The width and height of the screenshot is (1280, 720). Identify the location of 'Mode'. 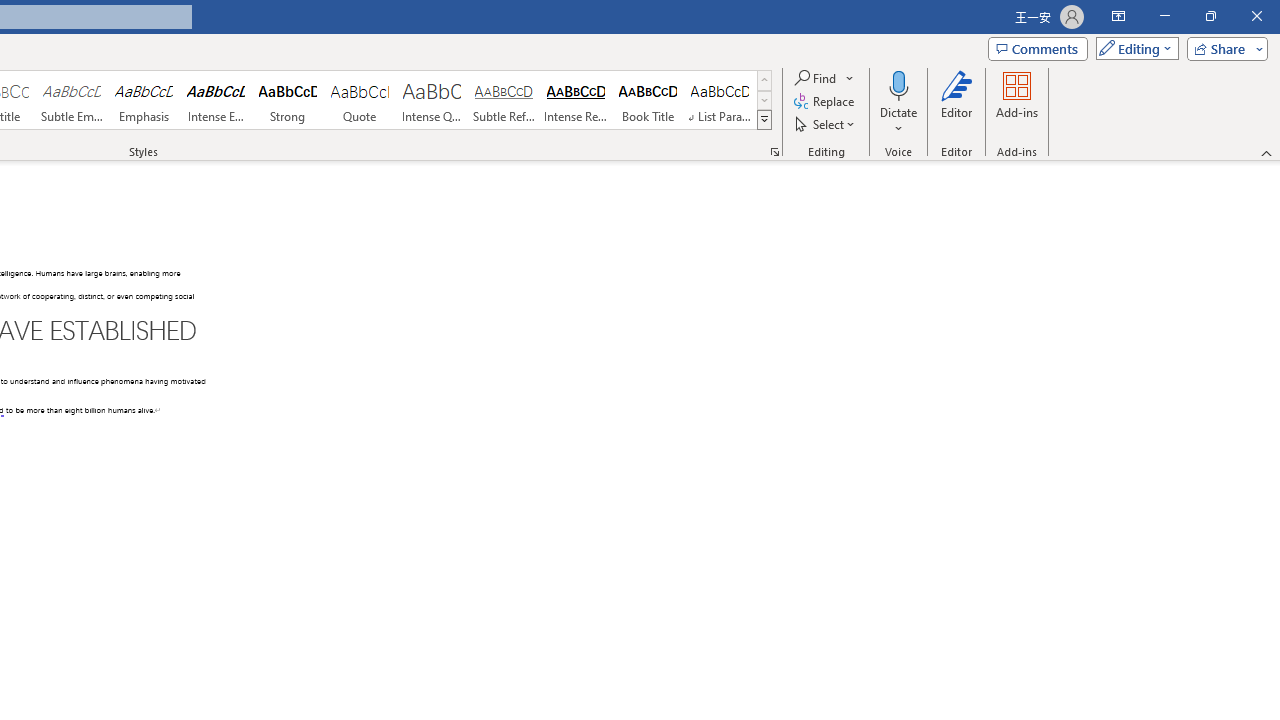
(1133, 47).